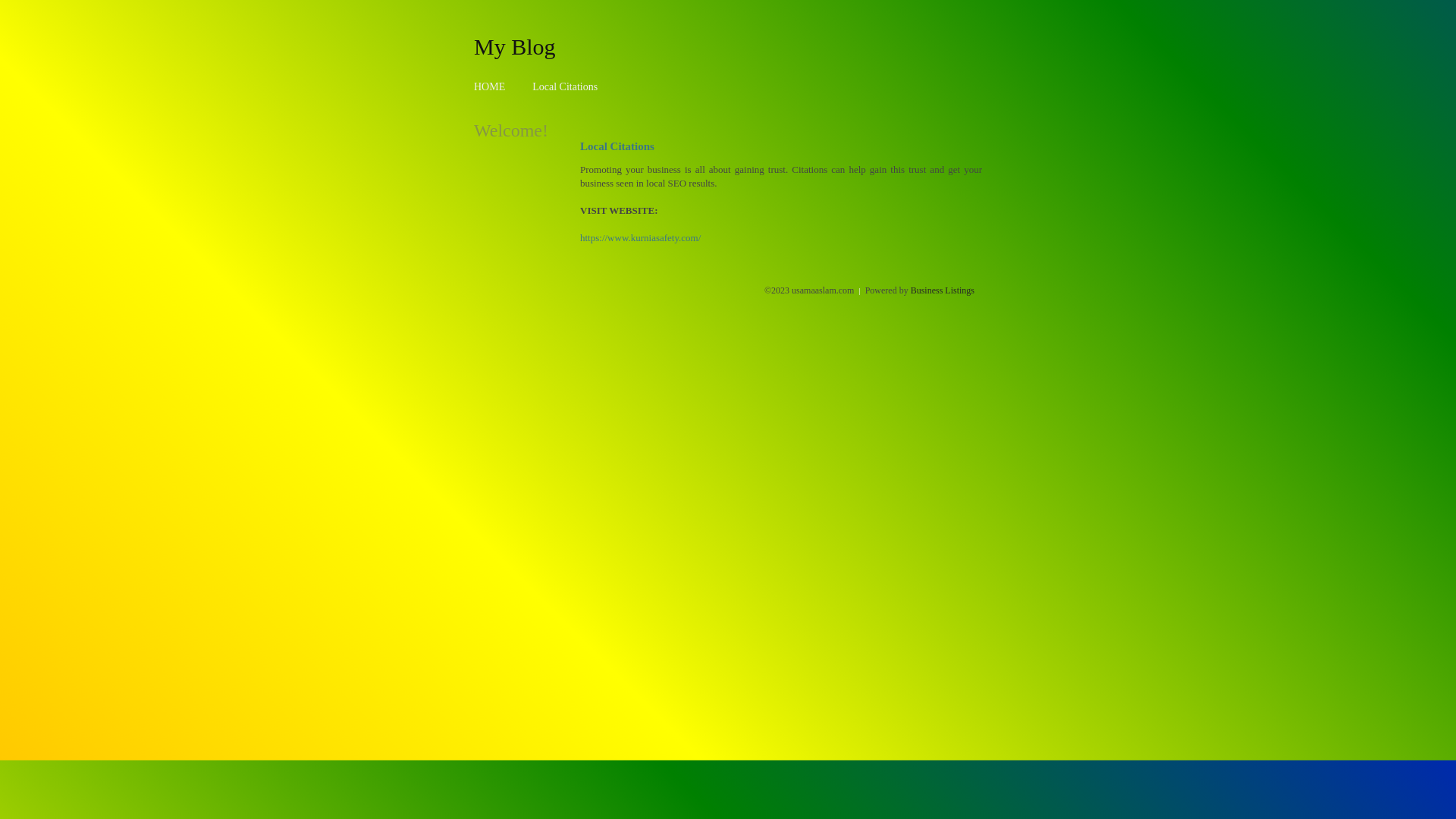 Image resolution: width=1456 pixels, height=819 pixels. What do you see at coordinates (640, 237) in the screenshot?
I see `'https://www.kurniasafety.com/'` at bounding box center [640, 237].